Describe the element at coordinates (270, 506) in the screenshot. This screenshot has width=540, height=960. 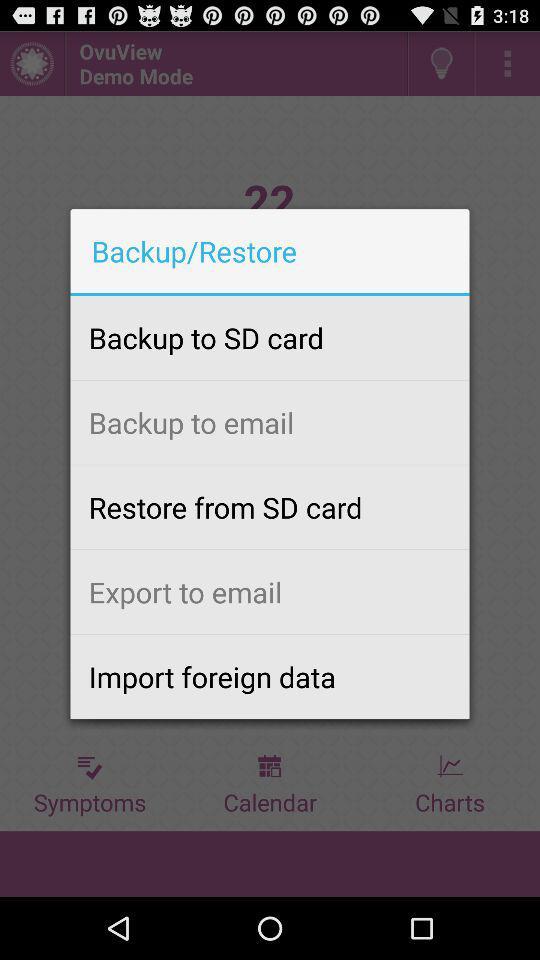
I see `the item above export to email app` at that location.